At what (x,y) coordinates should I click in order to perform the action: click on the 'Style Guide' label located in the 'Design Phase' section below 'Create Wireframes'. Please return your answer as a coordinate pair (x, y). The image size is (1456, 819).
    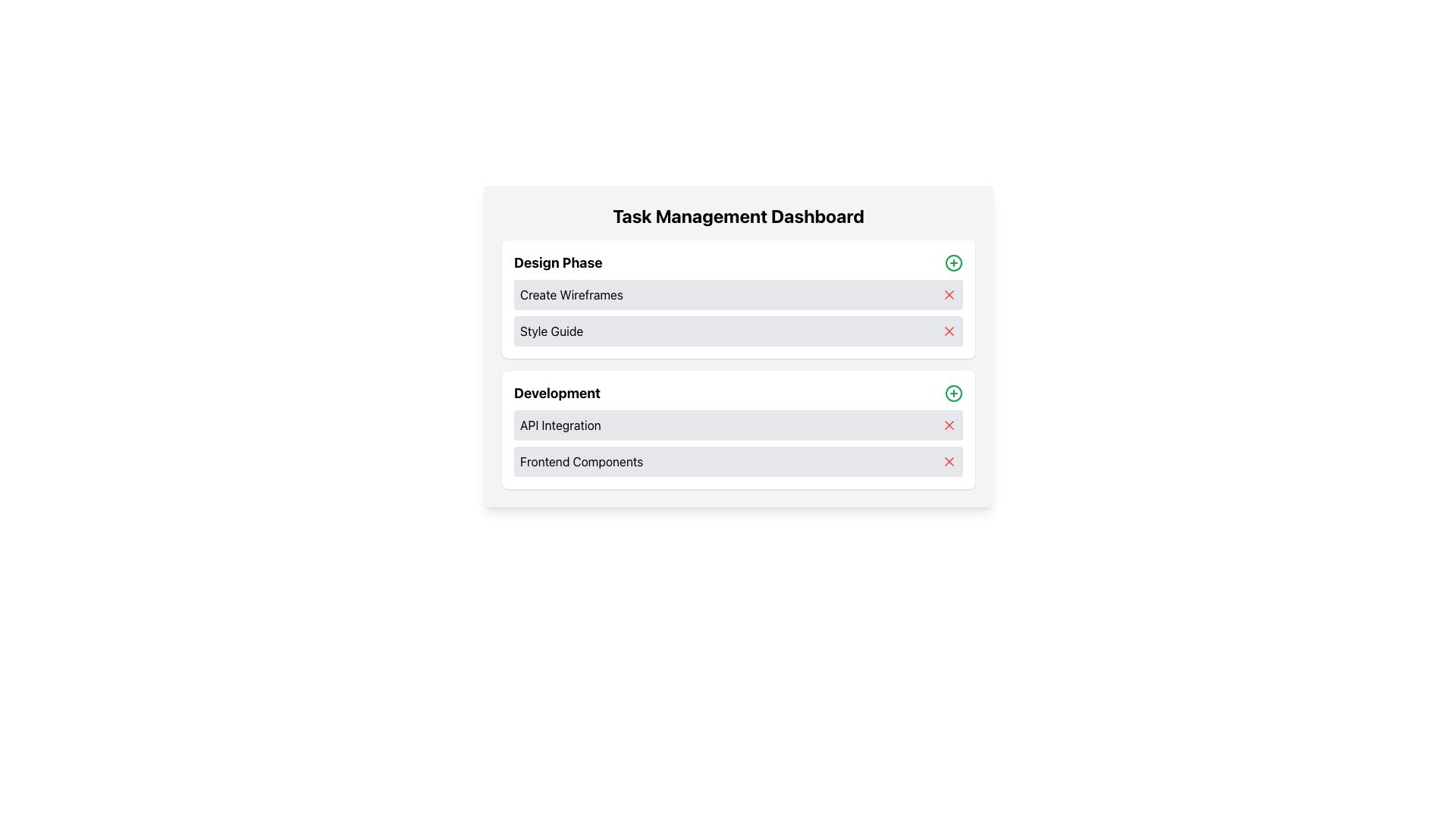
    Looking at the image, I should click on (551, 330).